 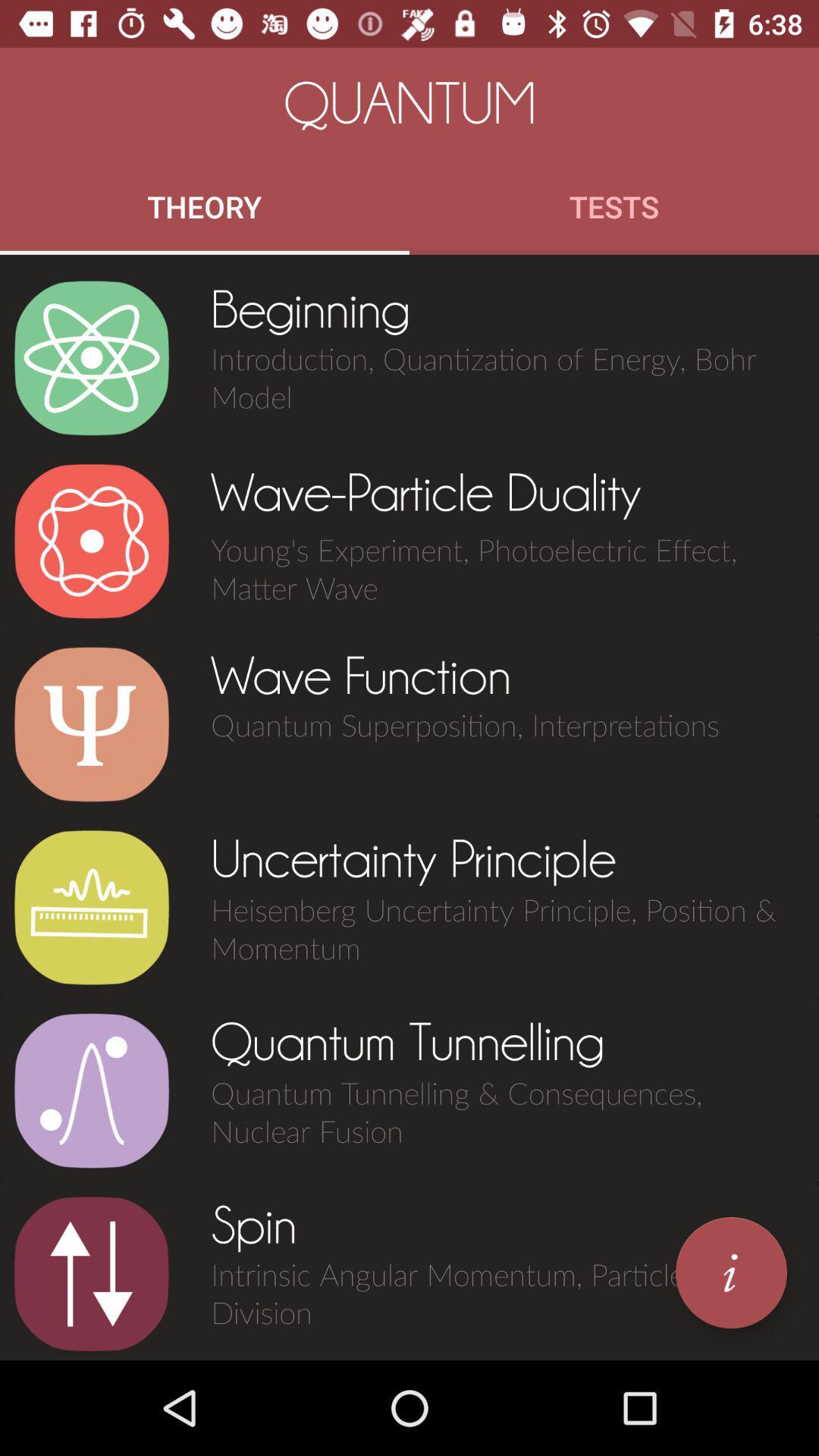 I want to click on icon below the quantum tunnelling consequences item, so click(x=730, y=1272).